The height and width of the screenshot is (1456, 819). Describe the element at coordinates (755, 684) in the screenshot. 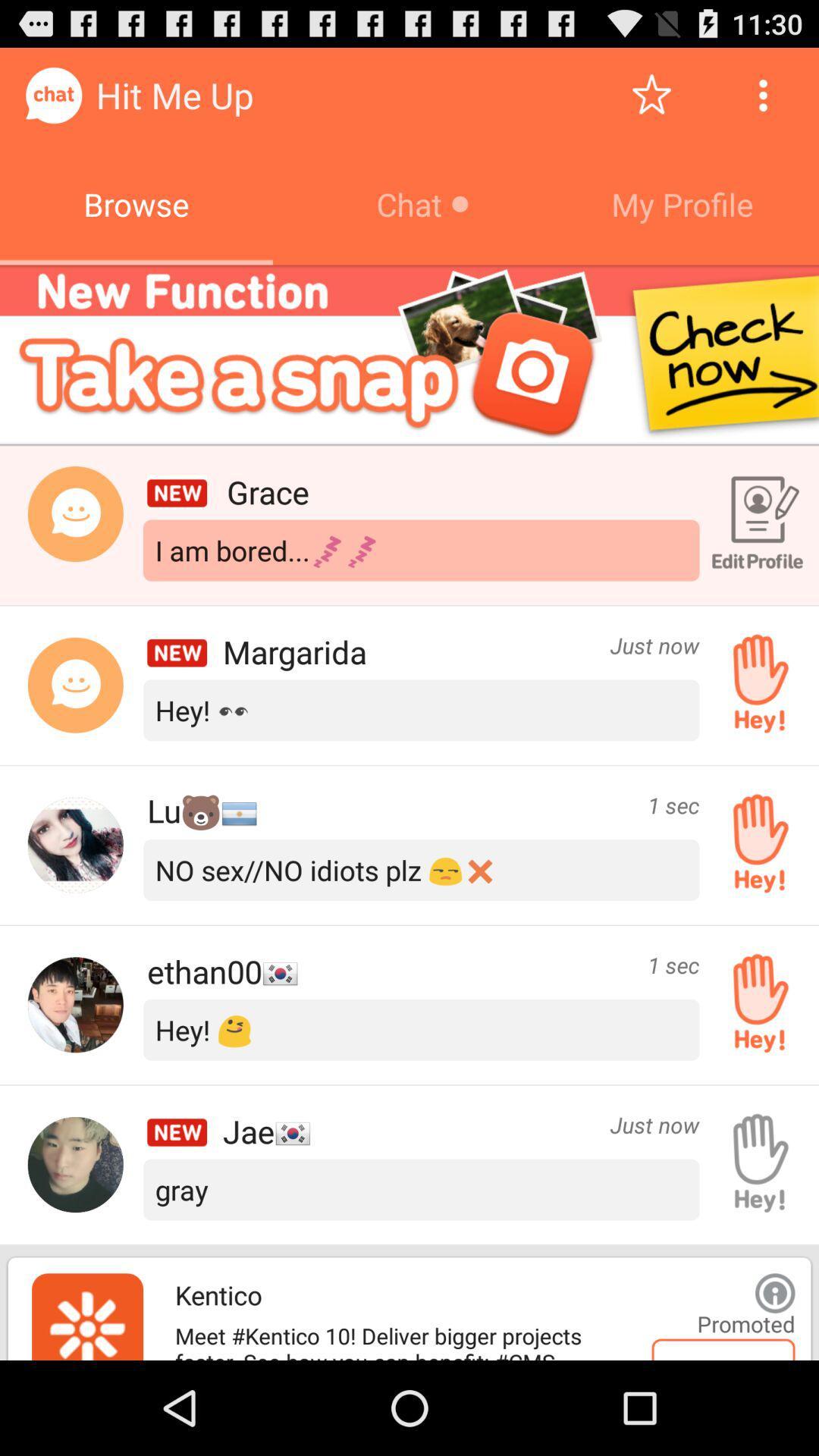

I see `say hey to the person` at that location.